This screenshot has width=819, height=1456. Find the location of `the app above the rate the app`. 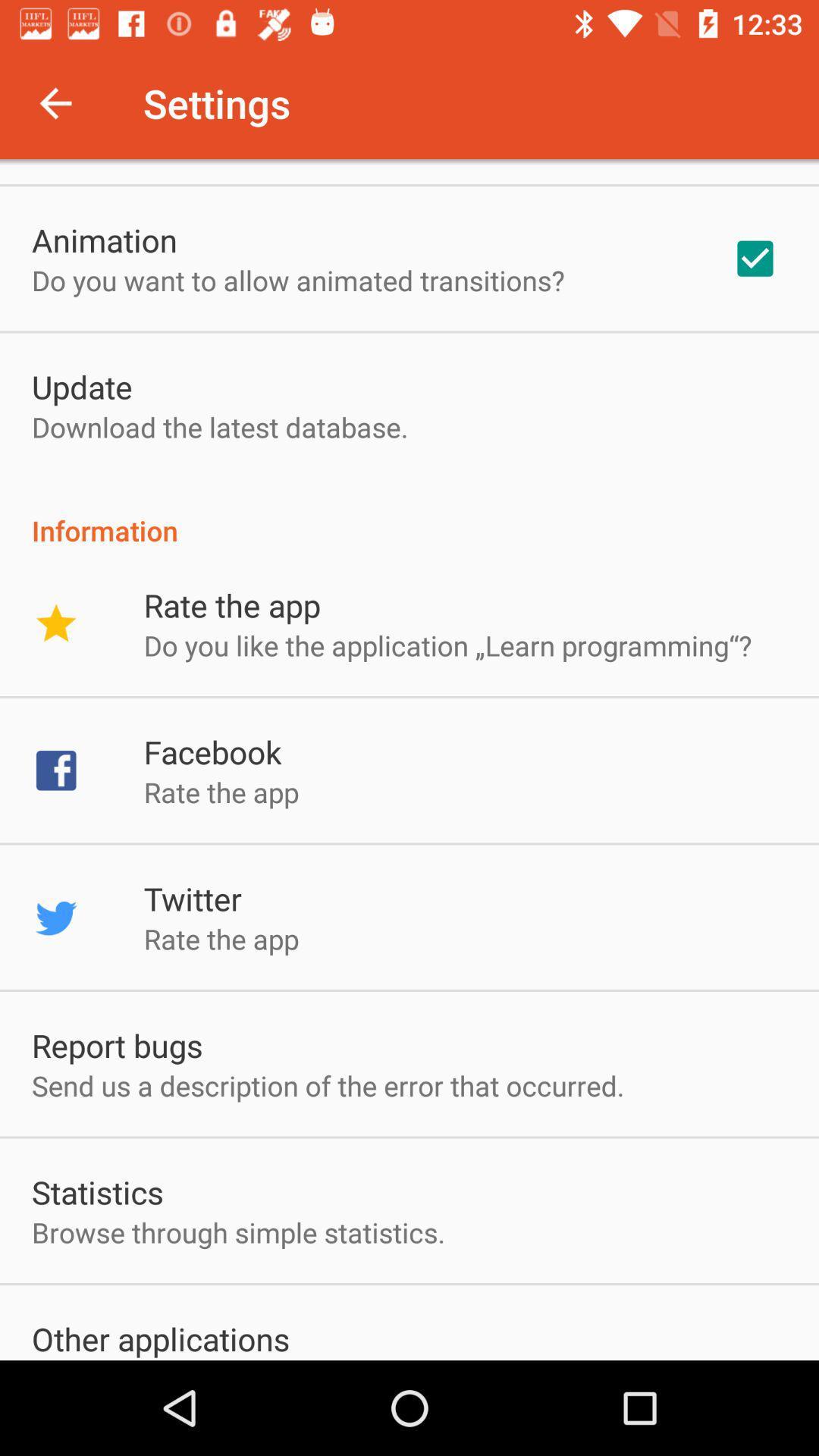

the app above the rate the app is located at coordinates (409, 514).